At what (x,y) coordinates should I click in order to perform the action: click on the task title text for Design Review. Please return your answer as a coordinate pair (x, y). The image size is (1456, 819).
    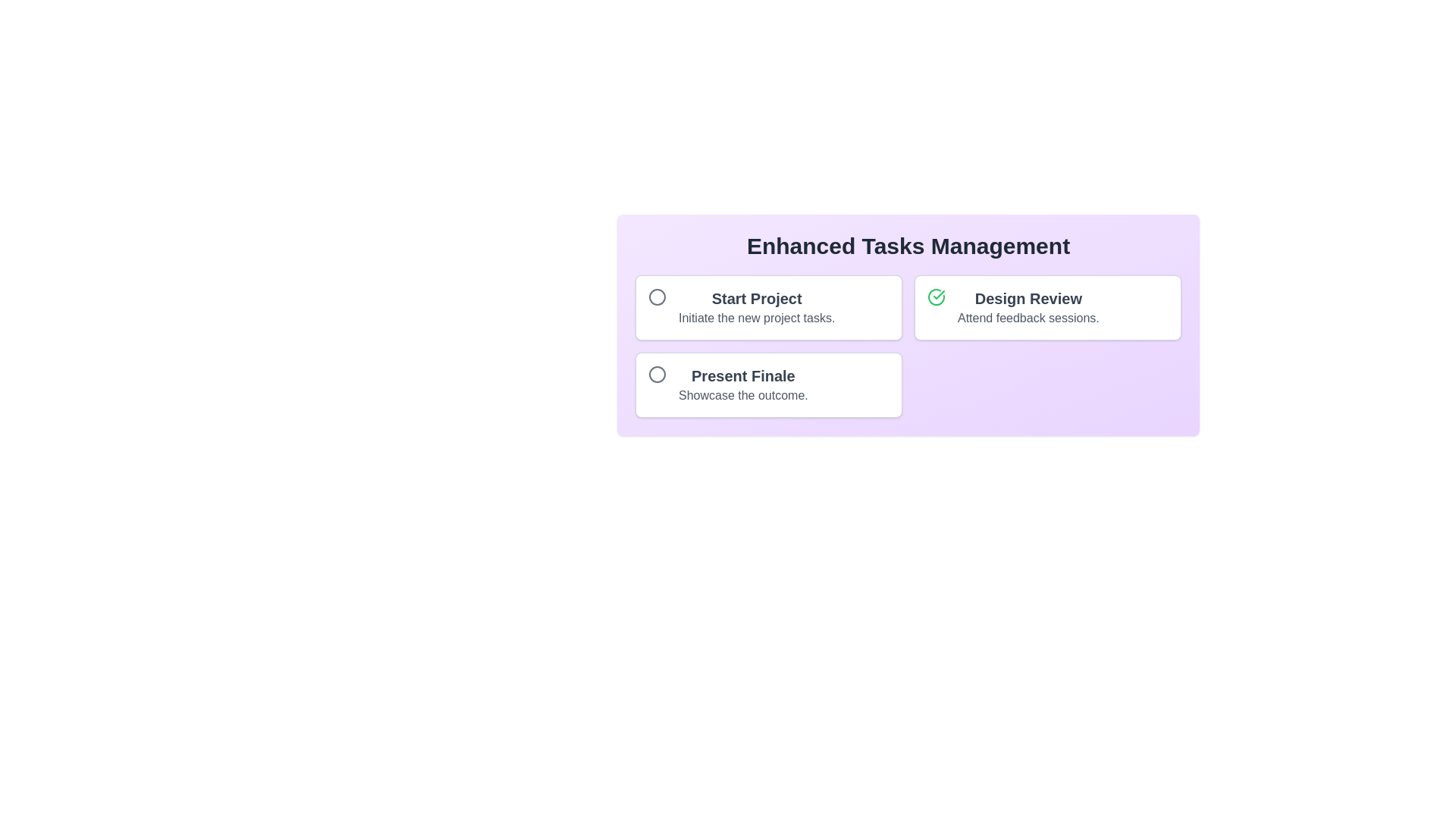
    Looking at the image, I should click on (1028, 298).